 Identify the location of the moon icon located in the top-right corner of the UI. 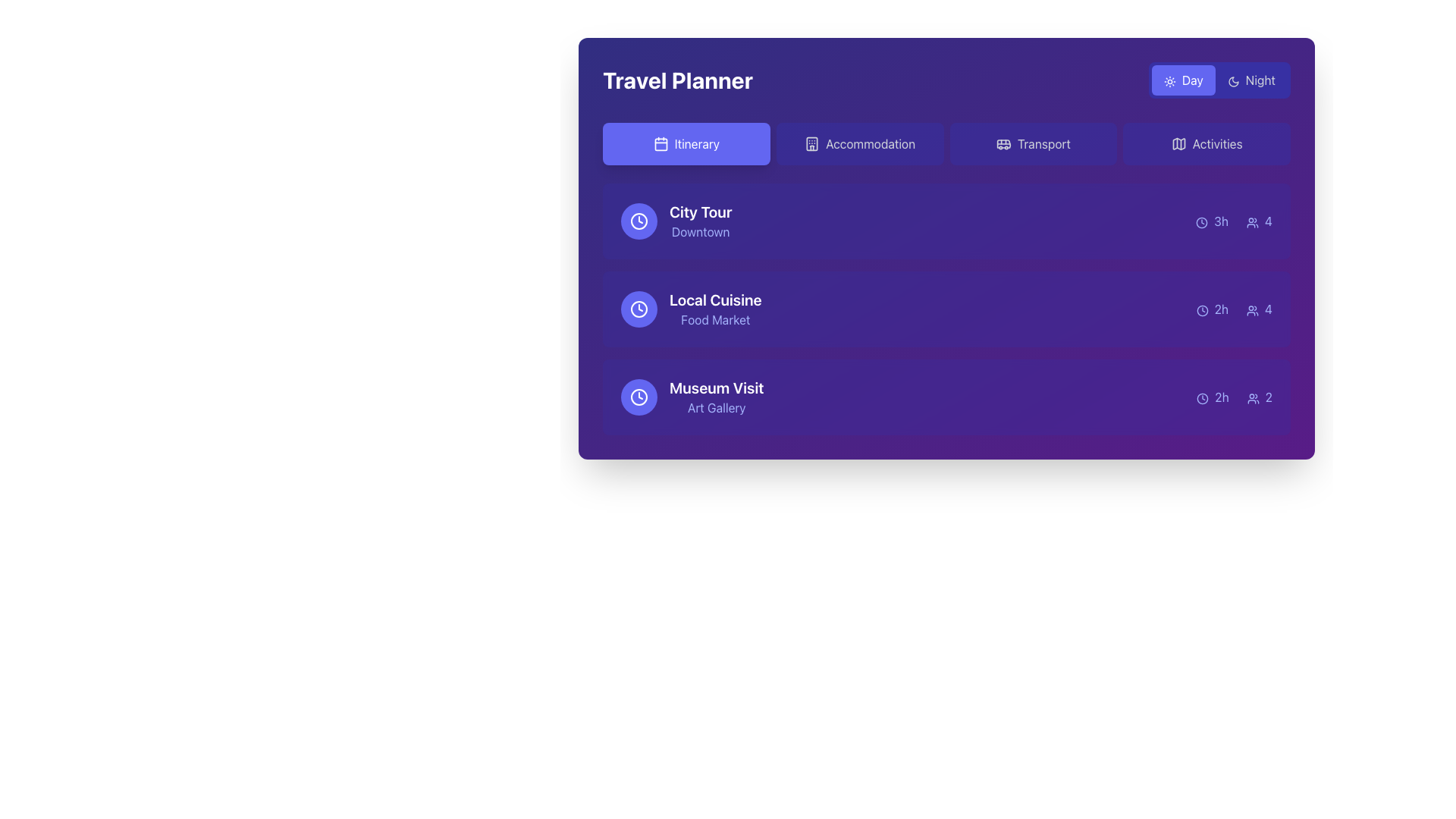
(1233, 81).